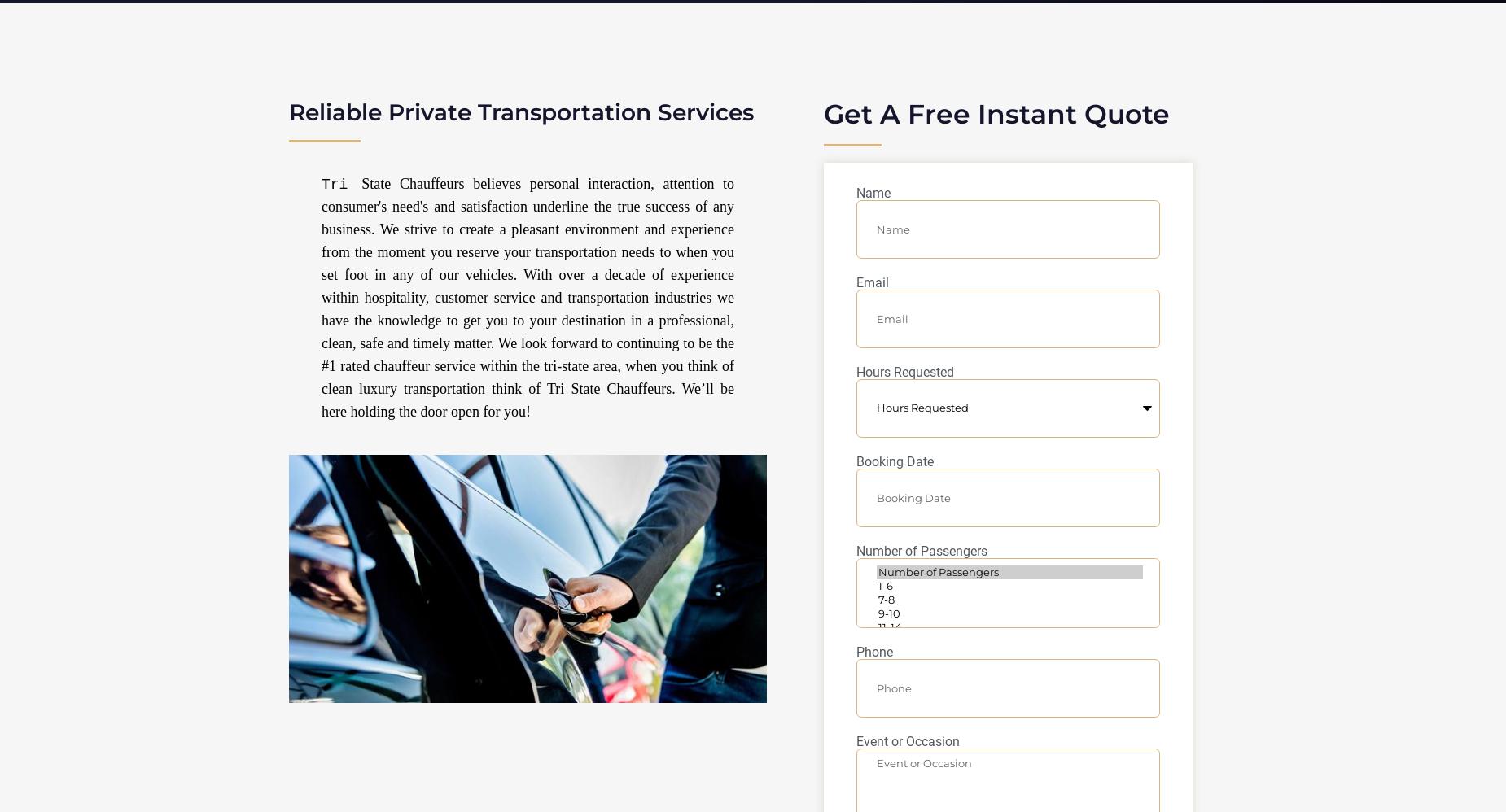 The width and height of the screenshot is (1506, 812). Describe the element at coordinates (872, 282) in the screenshot. I see `'Email'` at that location.